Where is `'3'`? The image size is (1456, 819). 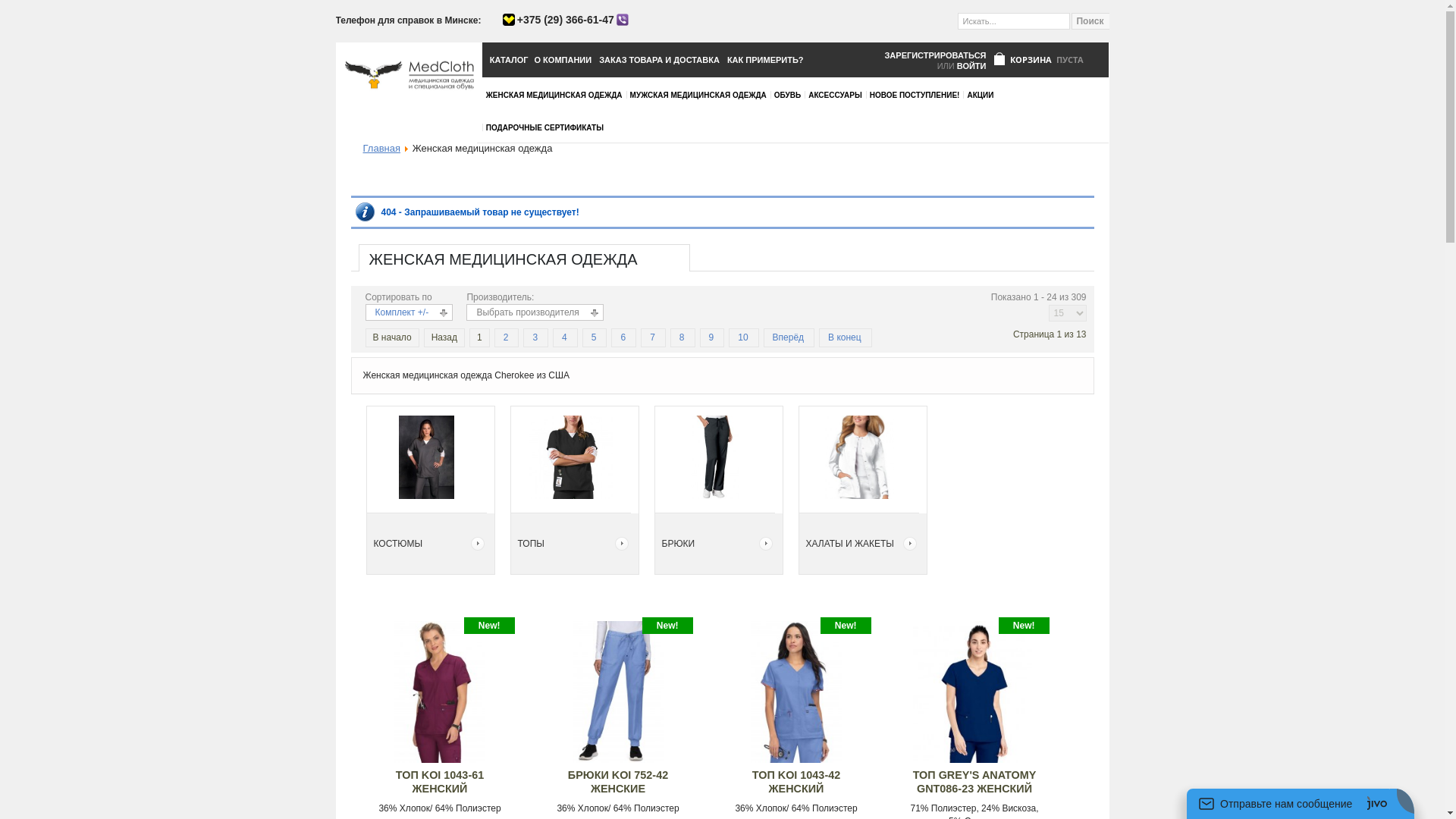
'3' is located at coordinates (535, 336).